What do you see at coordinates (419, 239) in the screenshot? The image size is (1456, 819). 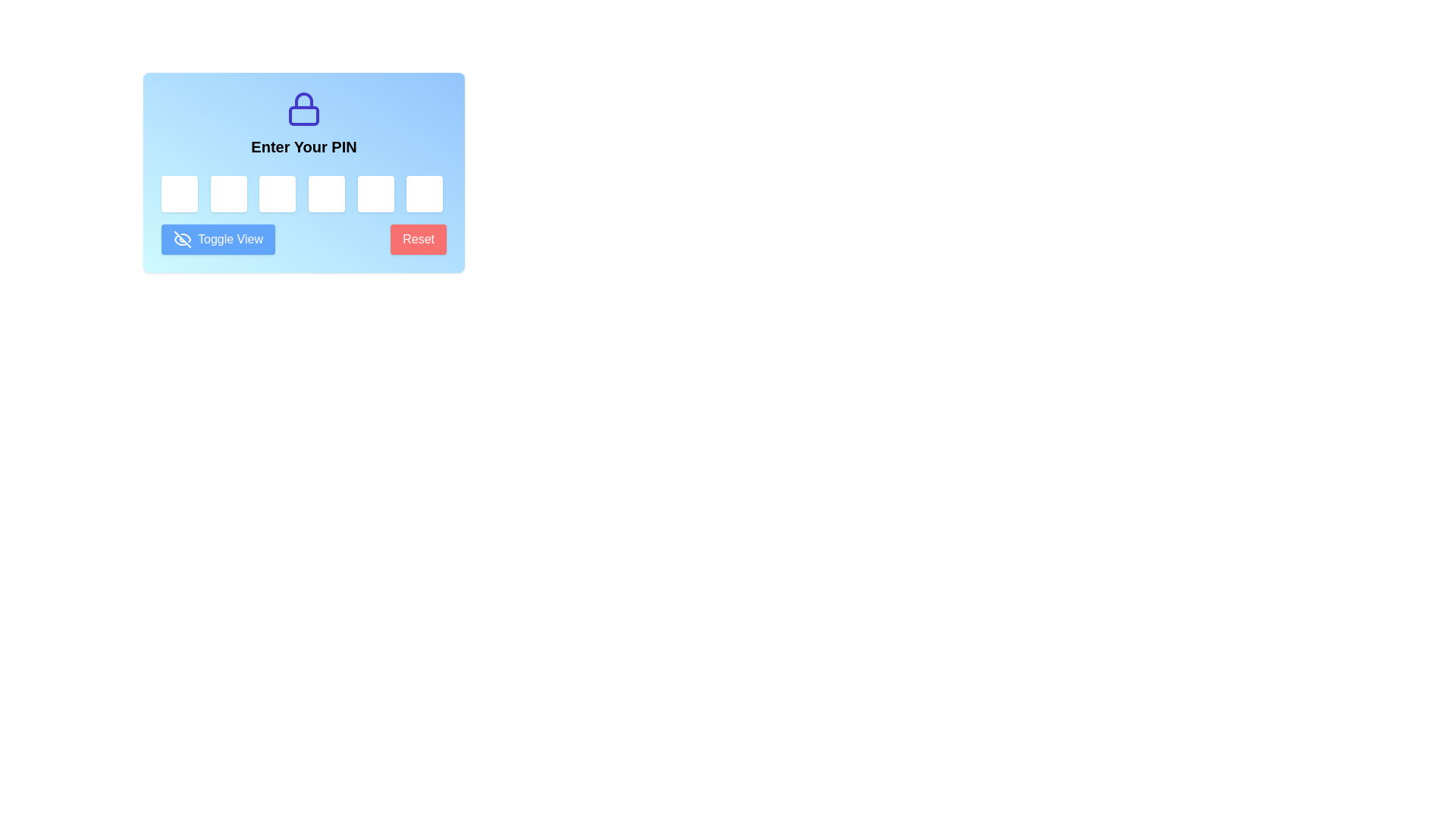 I see `the reset button located in the bottom-right corner of the blue card UI component to observe the hover effect` at bounding box center [419, 239].